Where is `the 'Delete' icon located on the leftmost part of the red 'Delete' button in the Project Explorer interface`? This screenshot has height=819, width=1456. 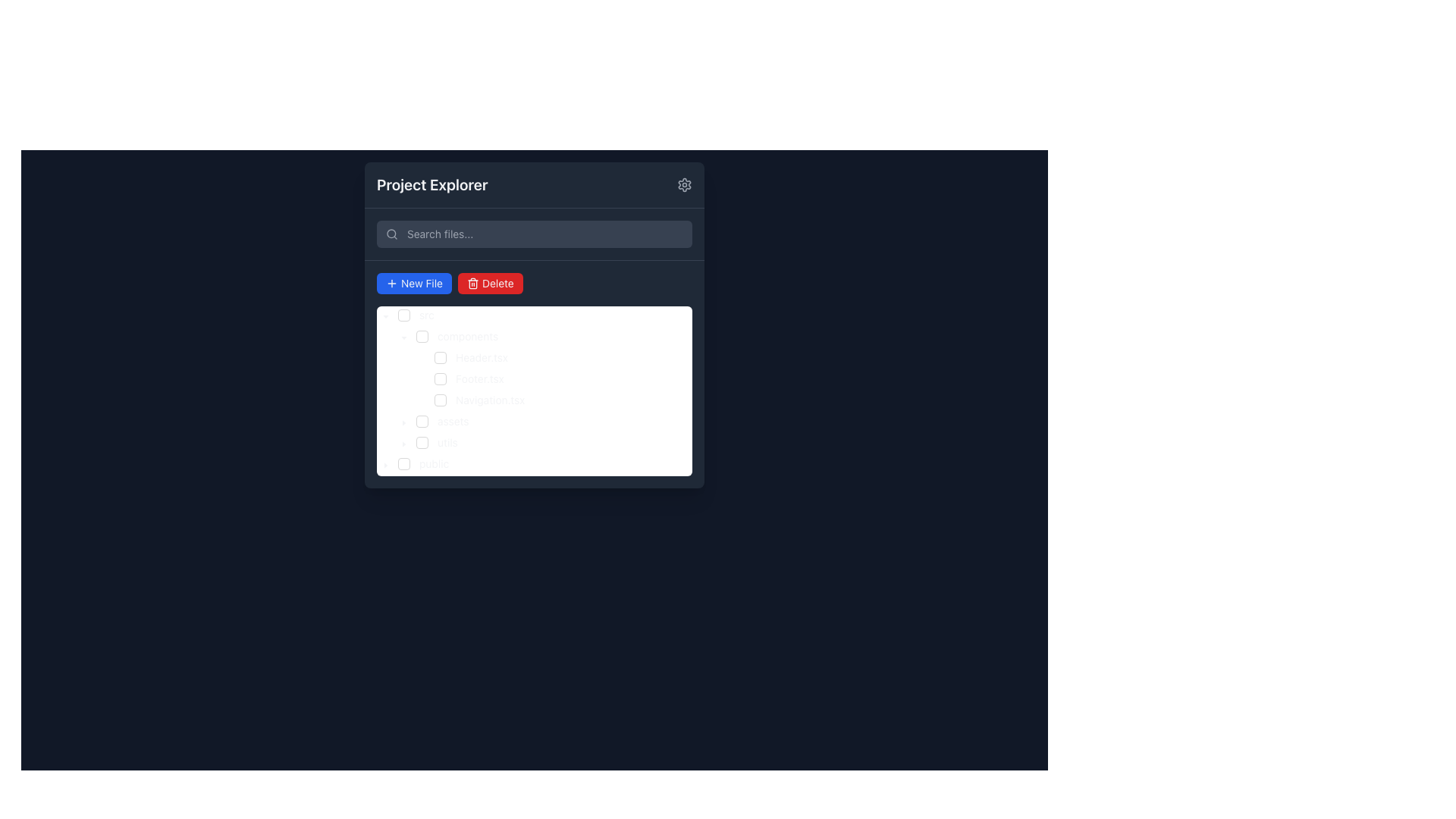
the 'Delete' icon located on the leftmost part of the red 'Delete' button in the Project Explorer interface is located at coordinates (472, 284).